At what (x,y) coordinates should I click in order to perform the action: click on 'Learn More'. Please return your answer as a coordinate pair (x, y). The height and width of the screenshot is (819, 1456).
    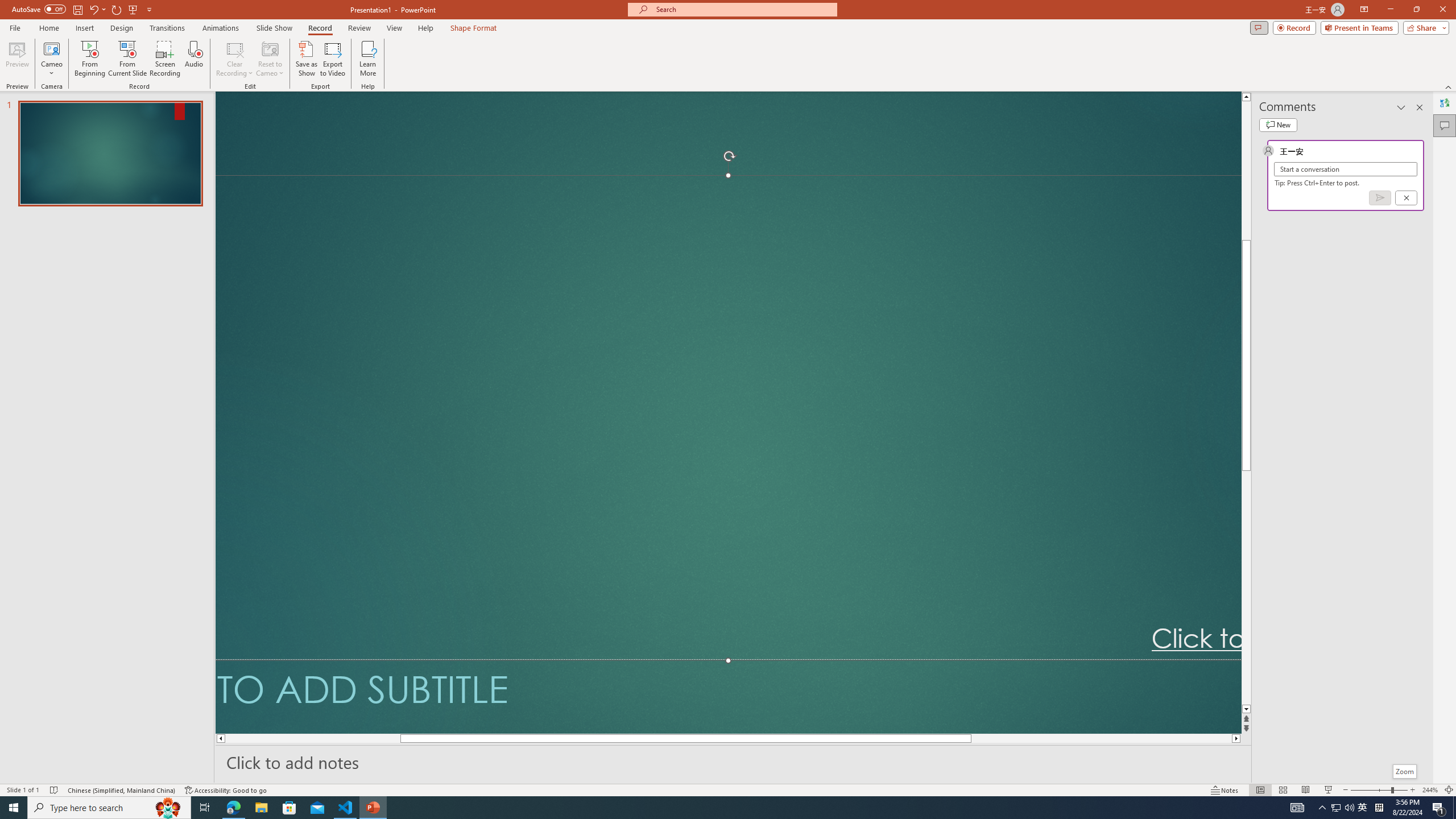
    Looking at the image, I should click on (368, 59).